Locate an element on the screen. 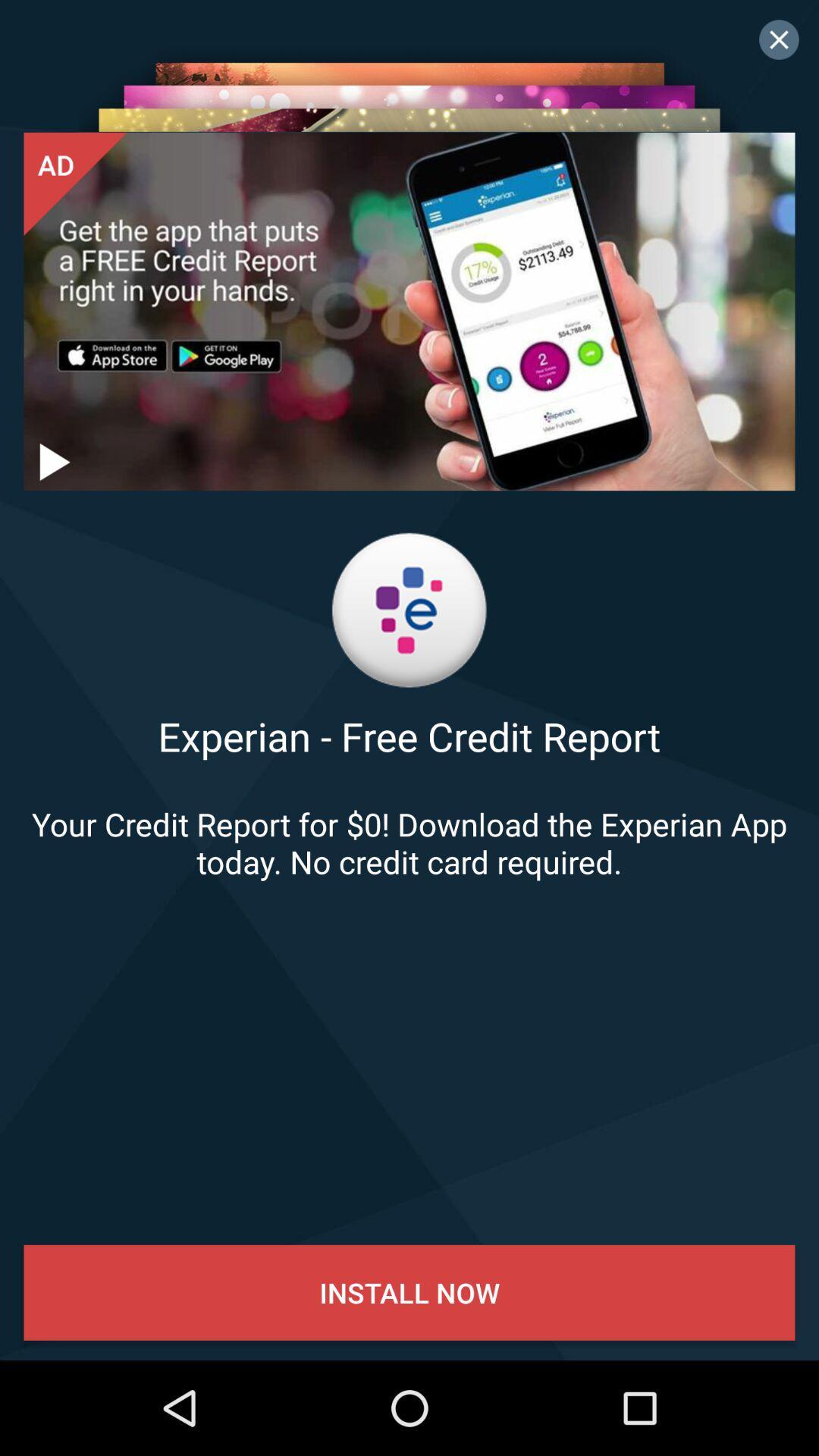 This screenshot has width=819, height=1456. the popup advertisement is located at coordinates (779, 39).